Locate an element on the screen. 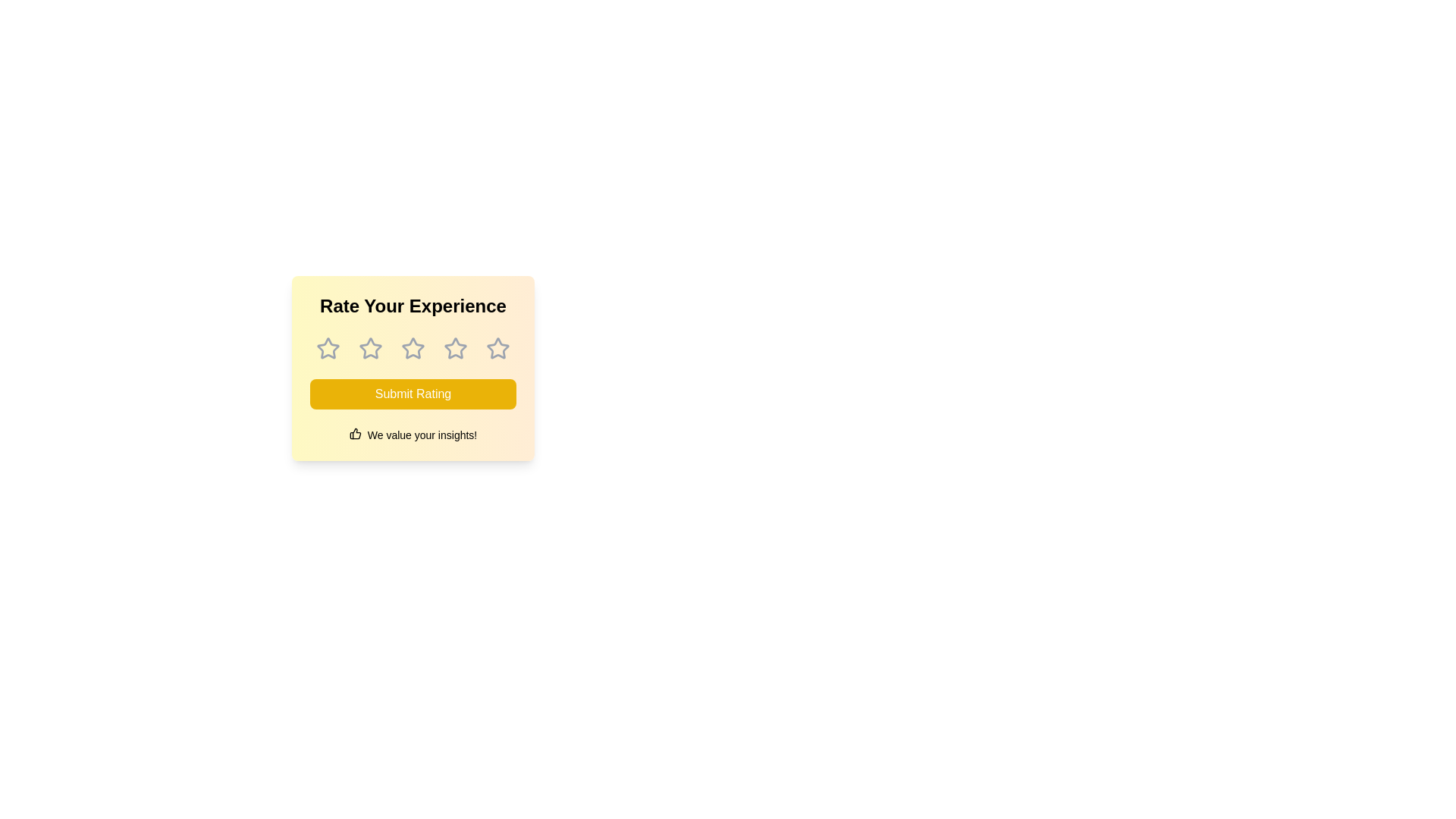  the third rating star icon, which is part of a horizontal row of five stars located below the 'Rate Your Experience' heading is located at coordinates (413, 348).